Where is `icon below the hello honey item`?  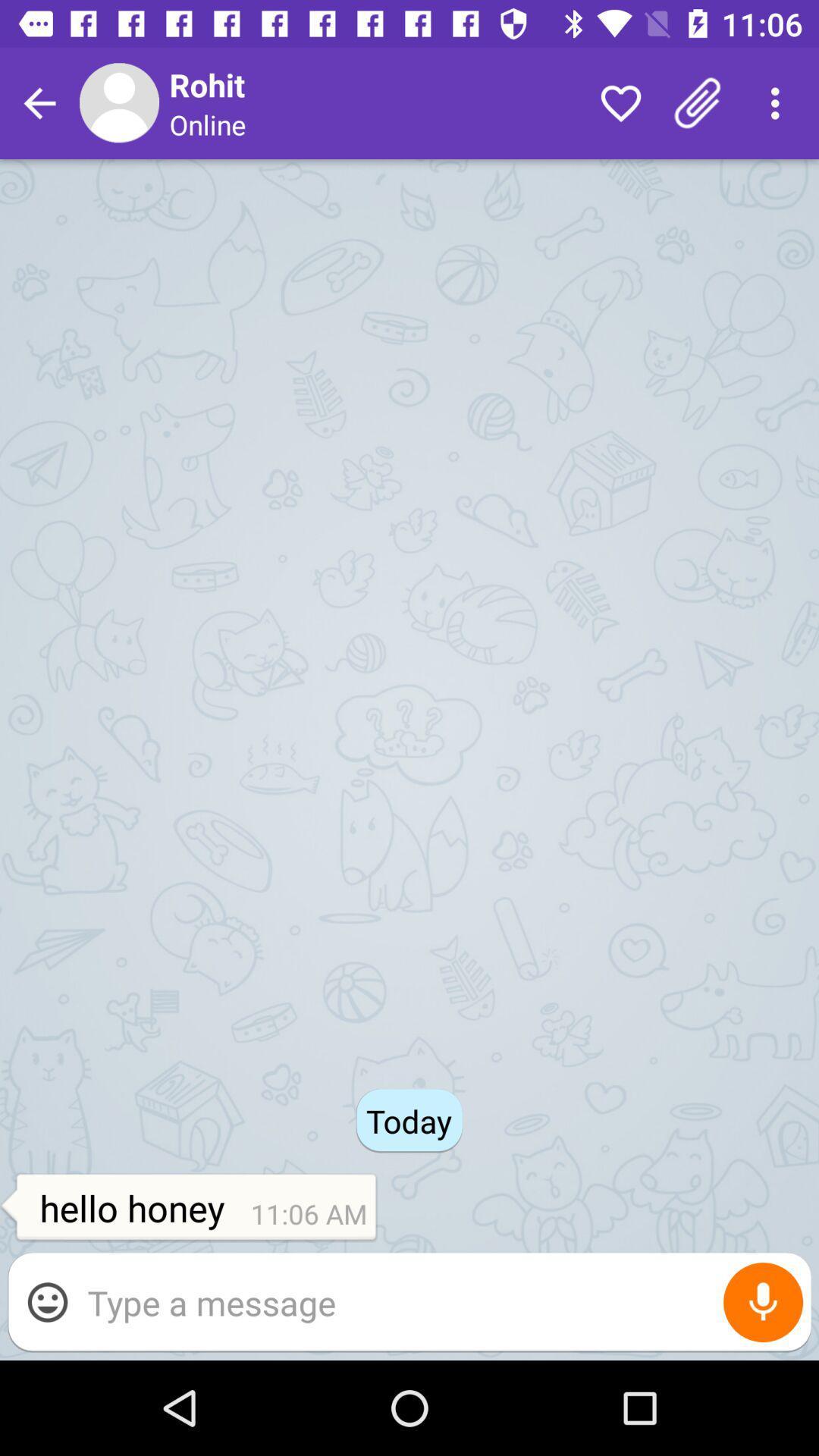 icon below the hello honey item is located at coordinates (441, 1301).